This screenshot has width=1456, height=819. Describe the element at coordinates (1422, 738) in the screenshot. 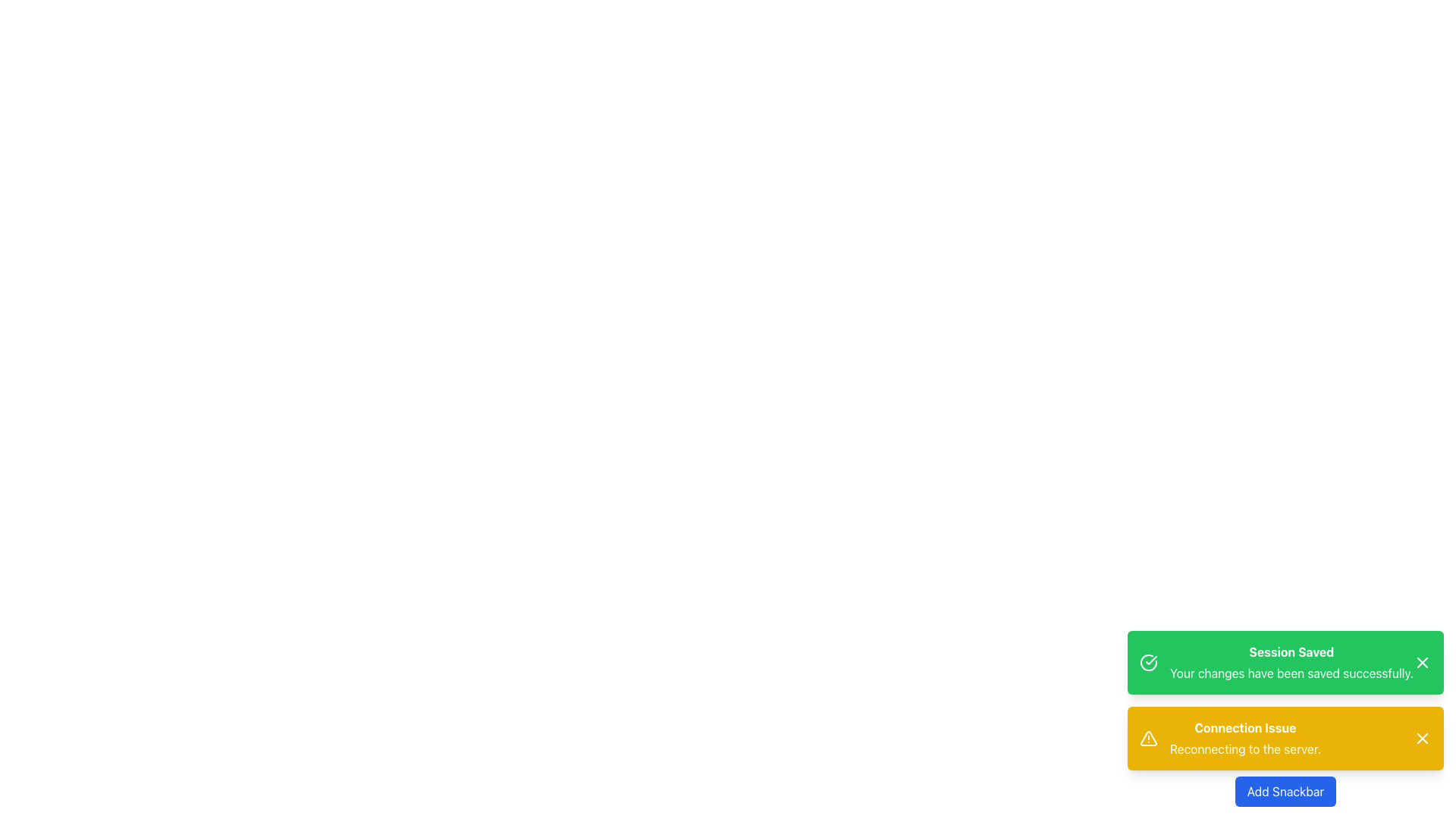

I see `the close button represented by an 'X' icon in the top-right corner of the yellow alert dialog that displays 'Connection Issue: Reconnecting to the server.'` at that location.